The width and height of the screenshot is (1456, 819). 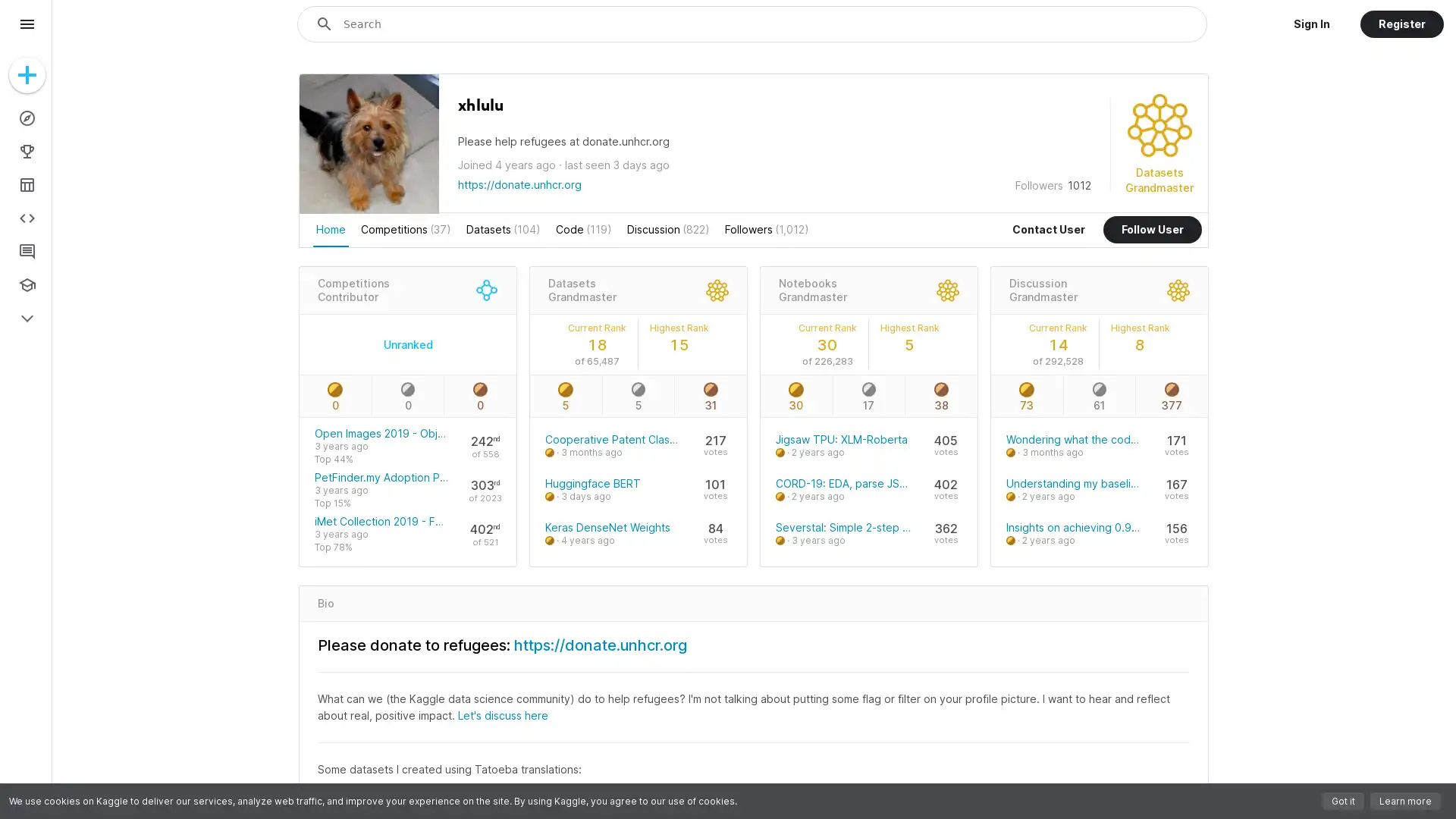 What do you see at coordinates (27, 24) in the screenshot?
I see `menu` at bounding box center [27, 24].